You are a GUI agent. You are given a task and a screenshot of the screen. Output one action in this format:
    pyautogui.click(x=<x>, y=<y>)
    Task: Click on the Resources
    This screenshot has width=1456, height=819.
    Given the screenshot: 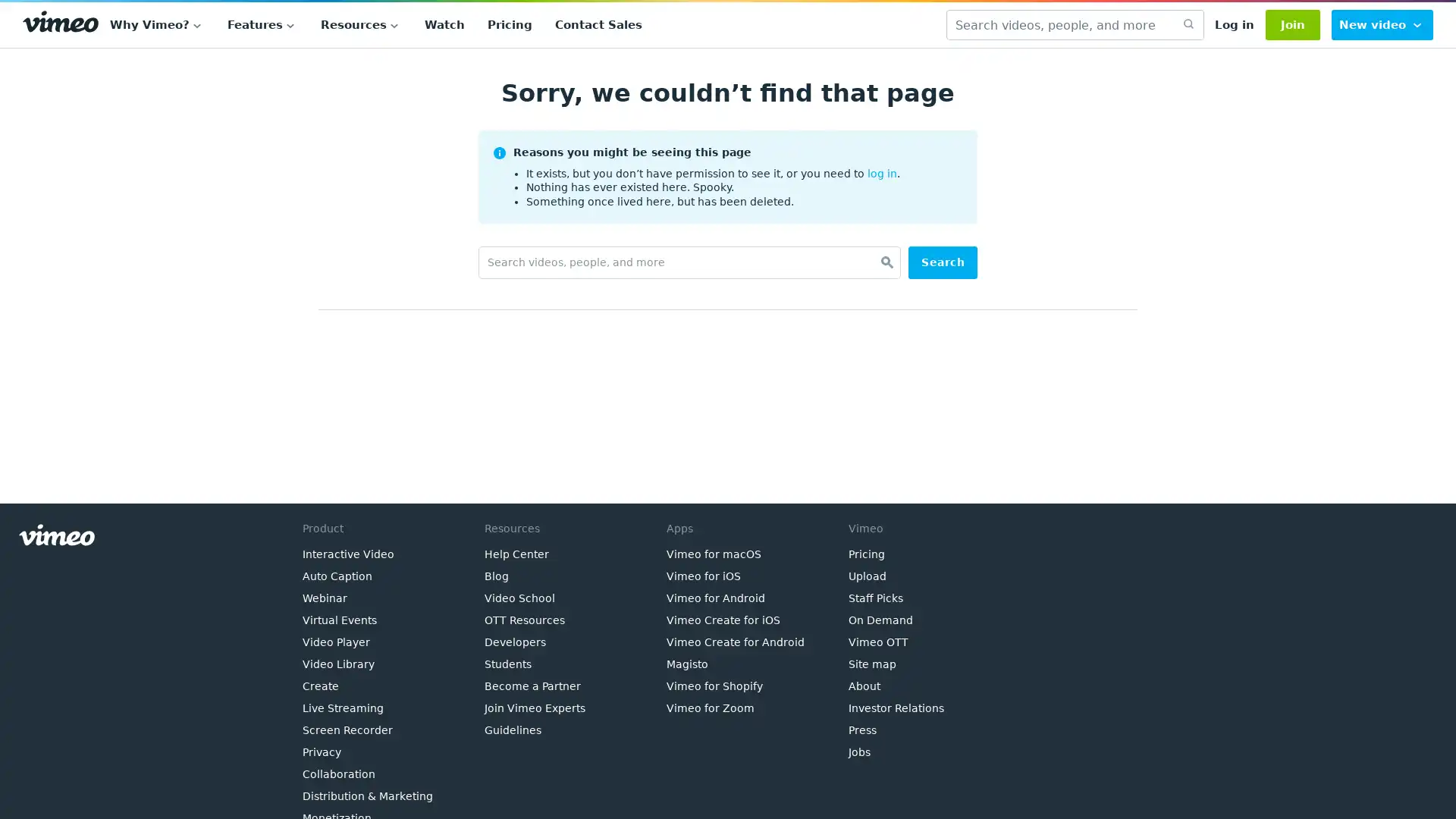 What is the action you would take?
    pyautogui.click(x=360, y=25)
    